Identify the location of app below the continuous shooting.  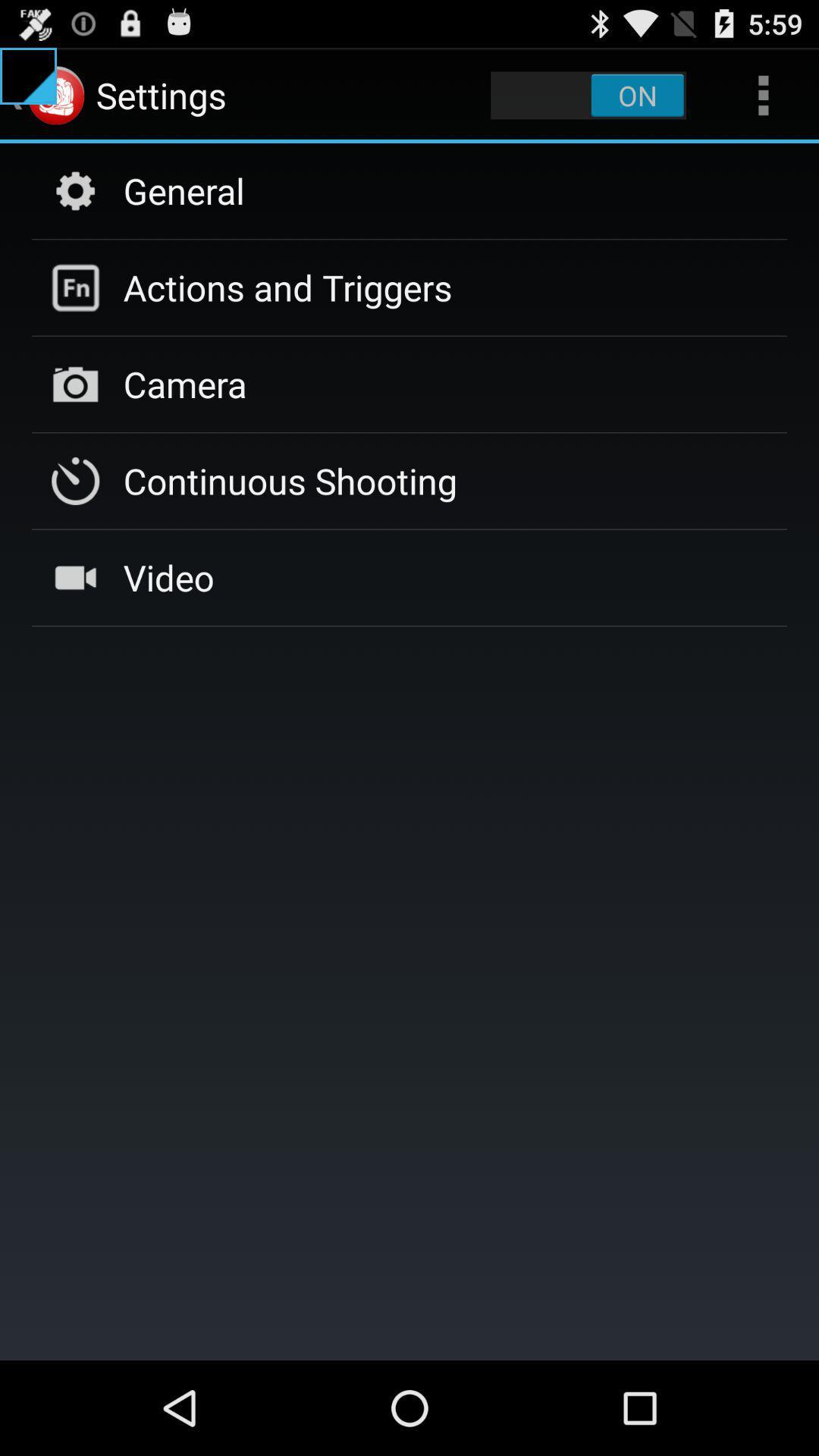
(168, 576).